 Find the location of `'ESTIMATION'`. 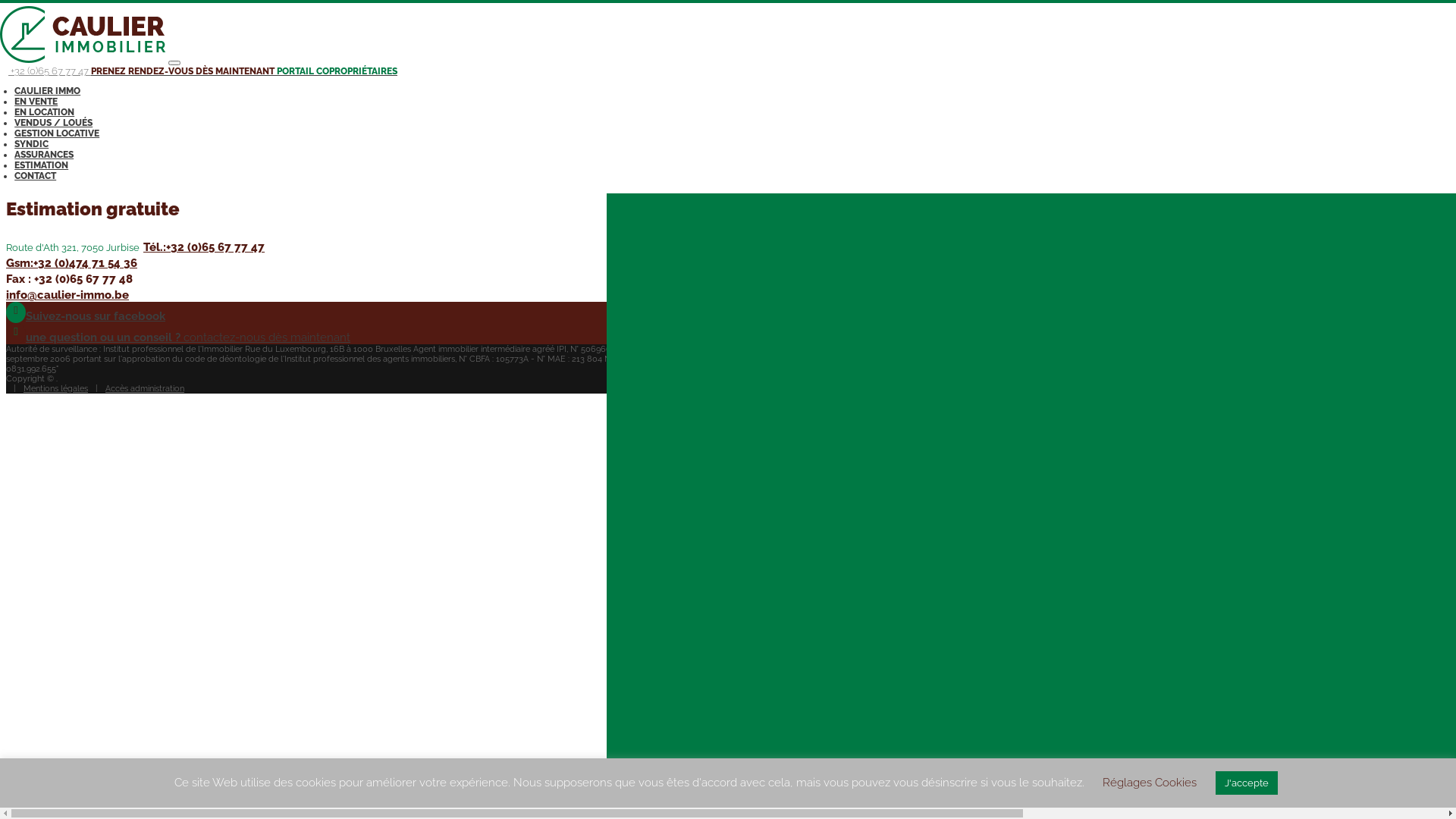

'ESTIMATION' is located at coordinates (41, 165).